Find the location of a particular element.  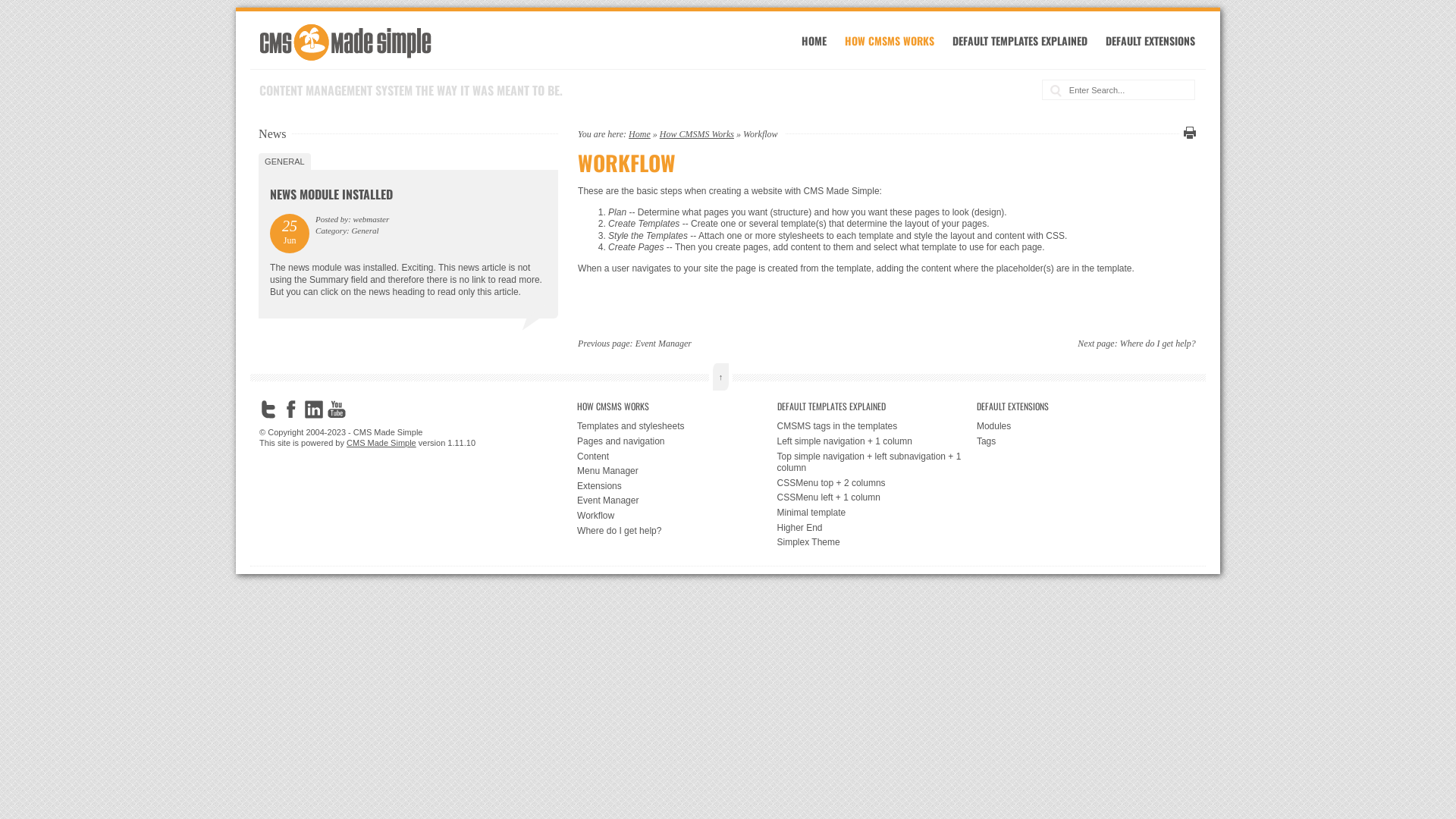

'Event Manager' is located at coordinates (635, 343).